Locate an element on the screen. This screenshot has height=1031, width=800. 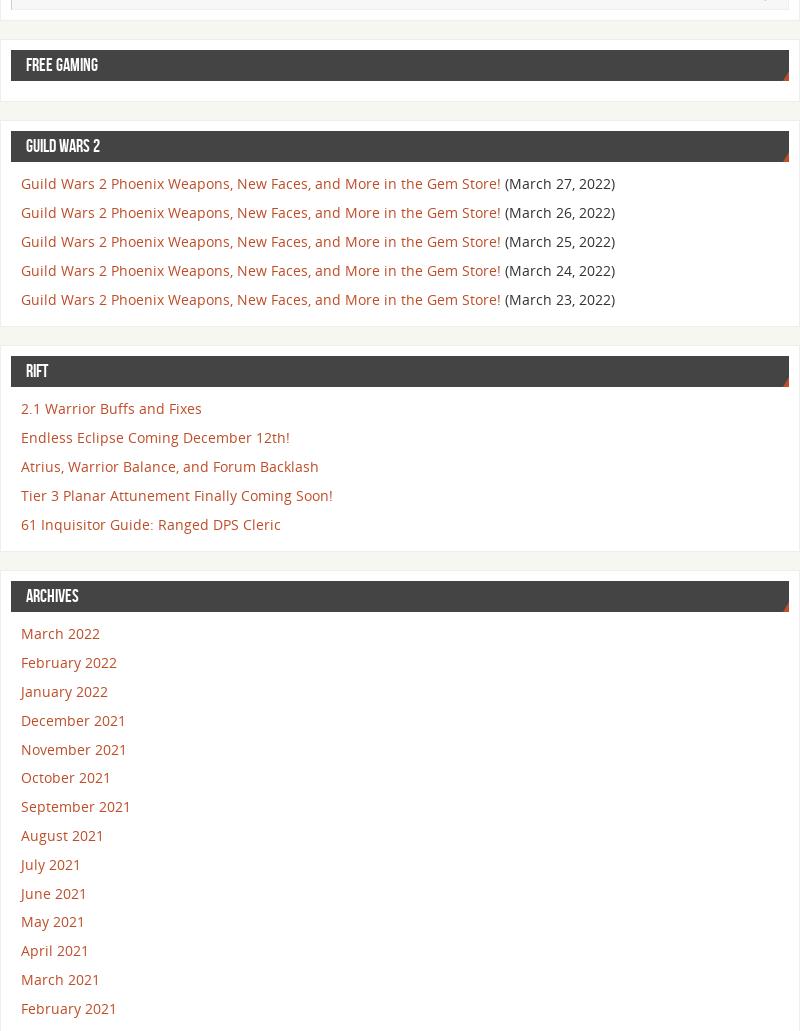
'(March 24, 2022)' is located at coordinates (560, 269).